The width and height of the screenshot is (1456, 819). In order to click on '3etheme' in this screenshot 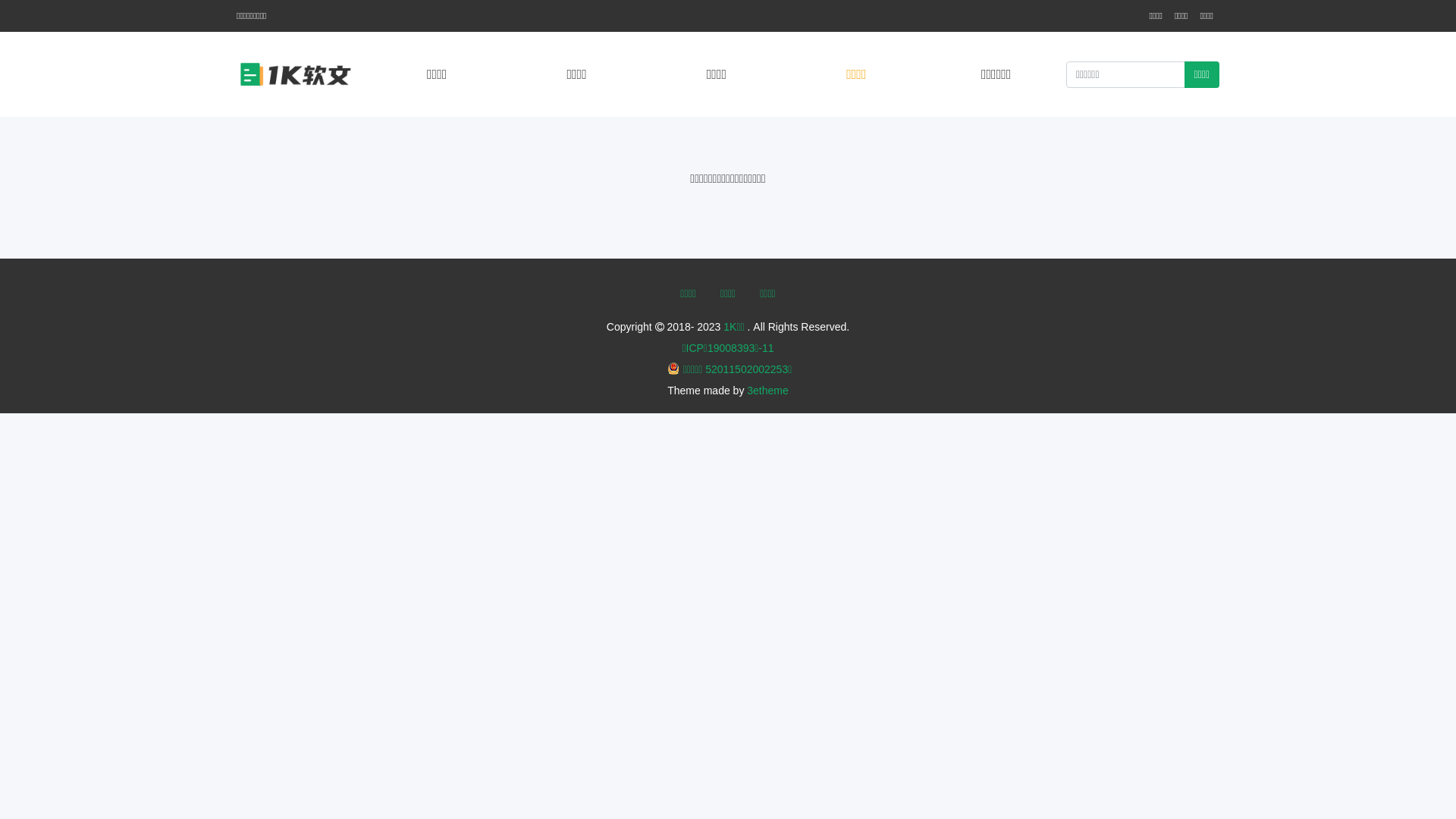, I will do `click(767, 390)`.